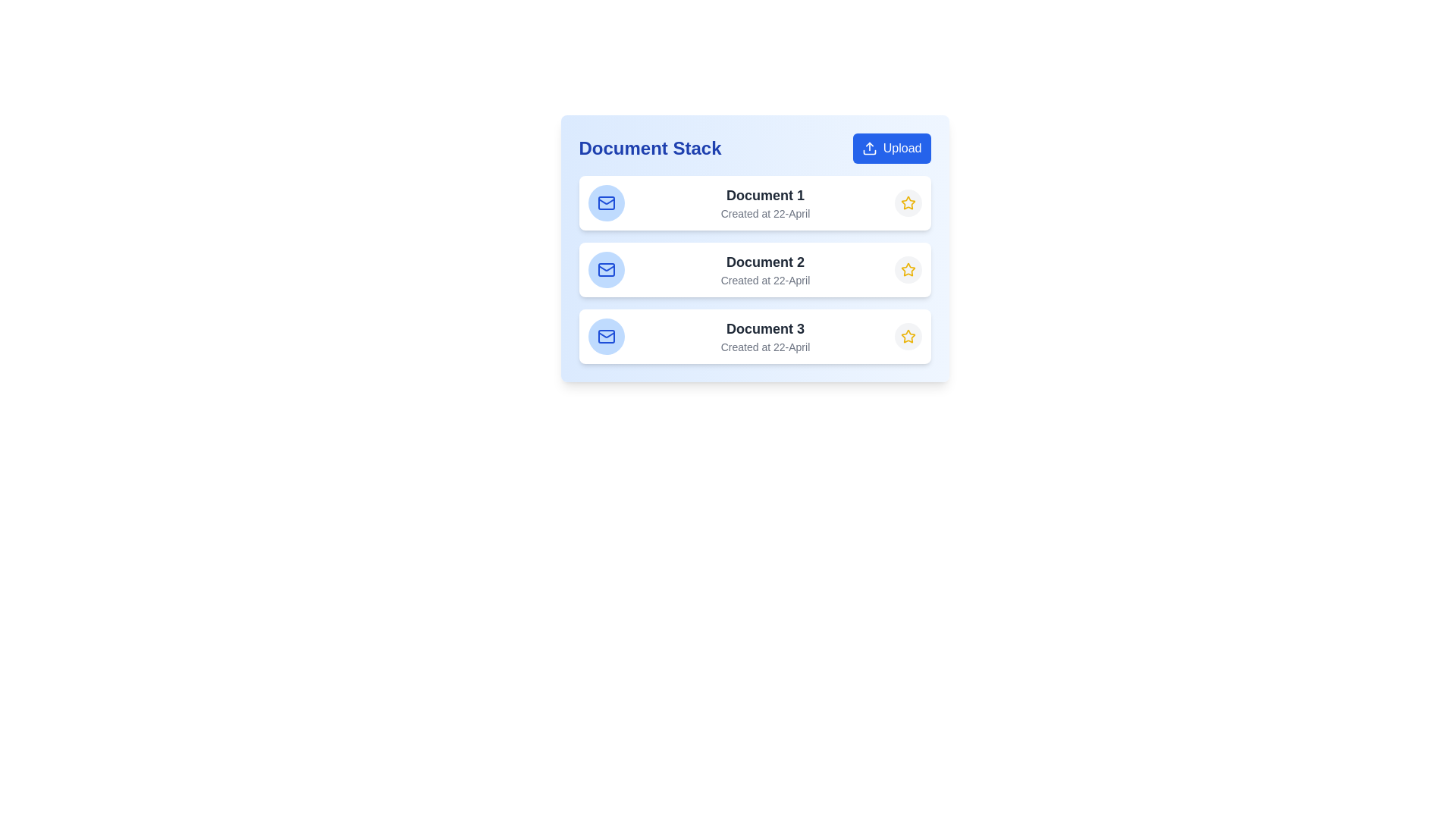 This screenshot has height=819, width=1456. I want to click on the text label displaying 'Document 2' in bold, dark gray color, so click(765, 262).